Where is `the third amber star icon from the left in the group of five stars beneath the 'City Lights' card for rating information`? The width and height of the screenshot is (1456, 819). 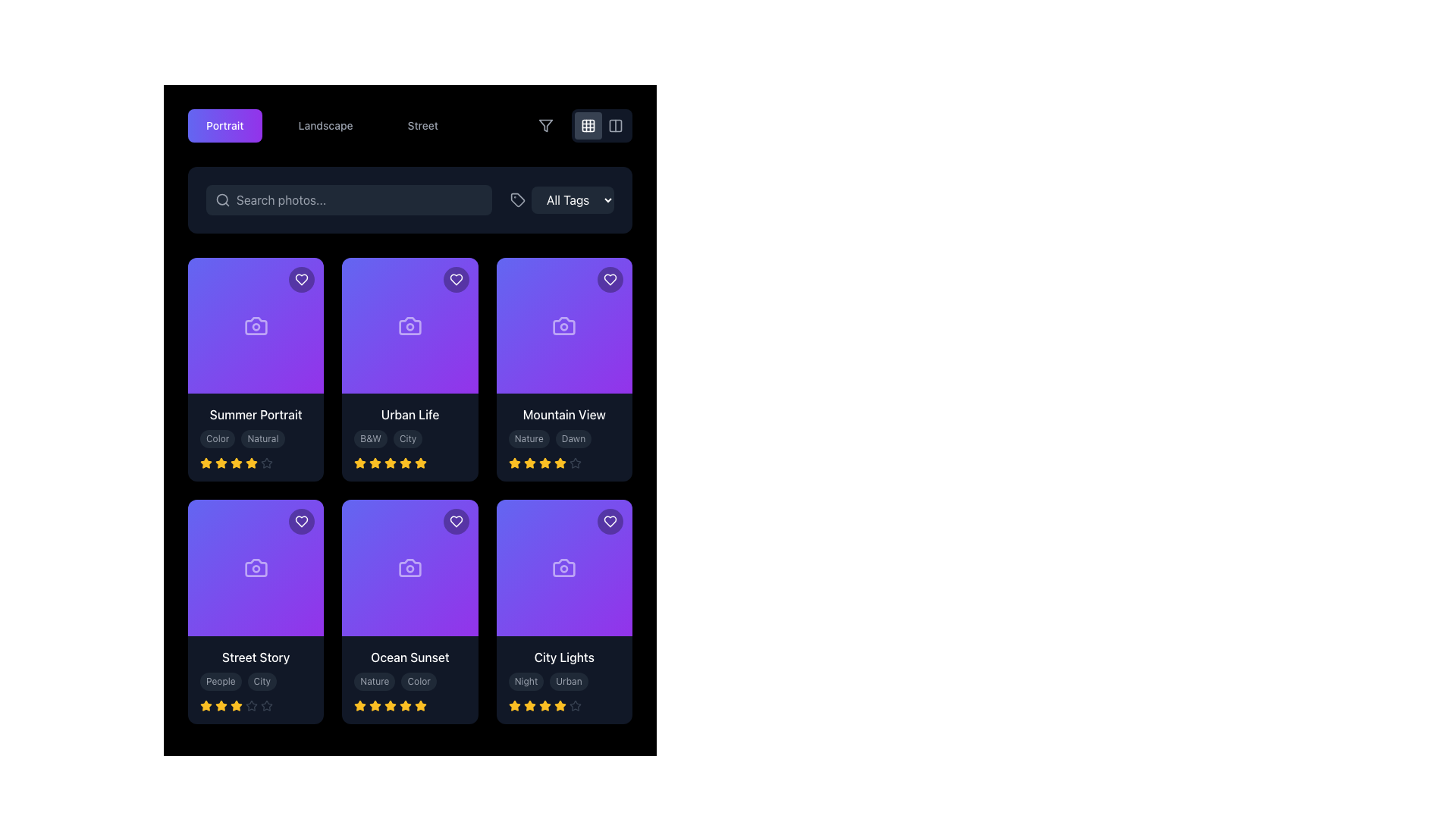
the third amber star icon from the left in the group of five stars beneath the 'City Lights' card for rating information is located at coordinates (529, 705).